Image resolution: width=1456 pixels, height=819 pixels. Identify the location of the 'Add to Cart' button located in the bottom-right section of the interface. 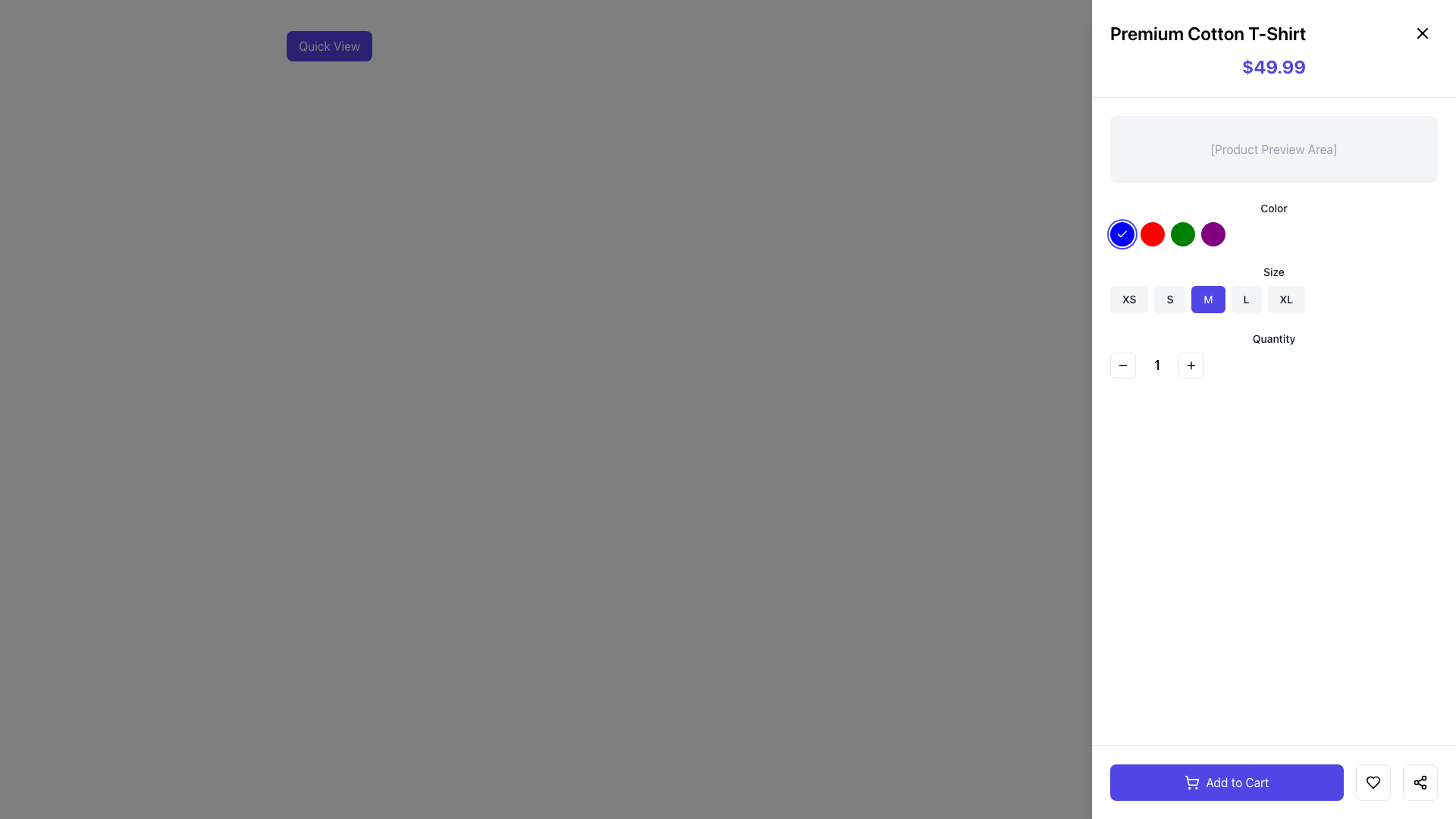
(1274, 783).